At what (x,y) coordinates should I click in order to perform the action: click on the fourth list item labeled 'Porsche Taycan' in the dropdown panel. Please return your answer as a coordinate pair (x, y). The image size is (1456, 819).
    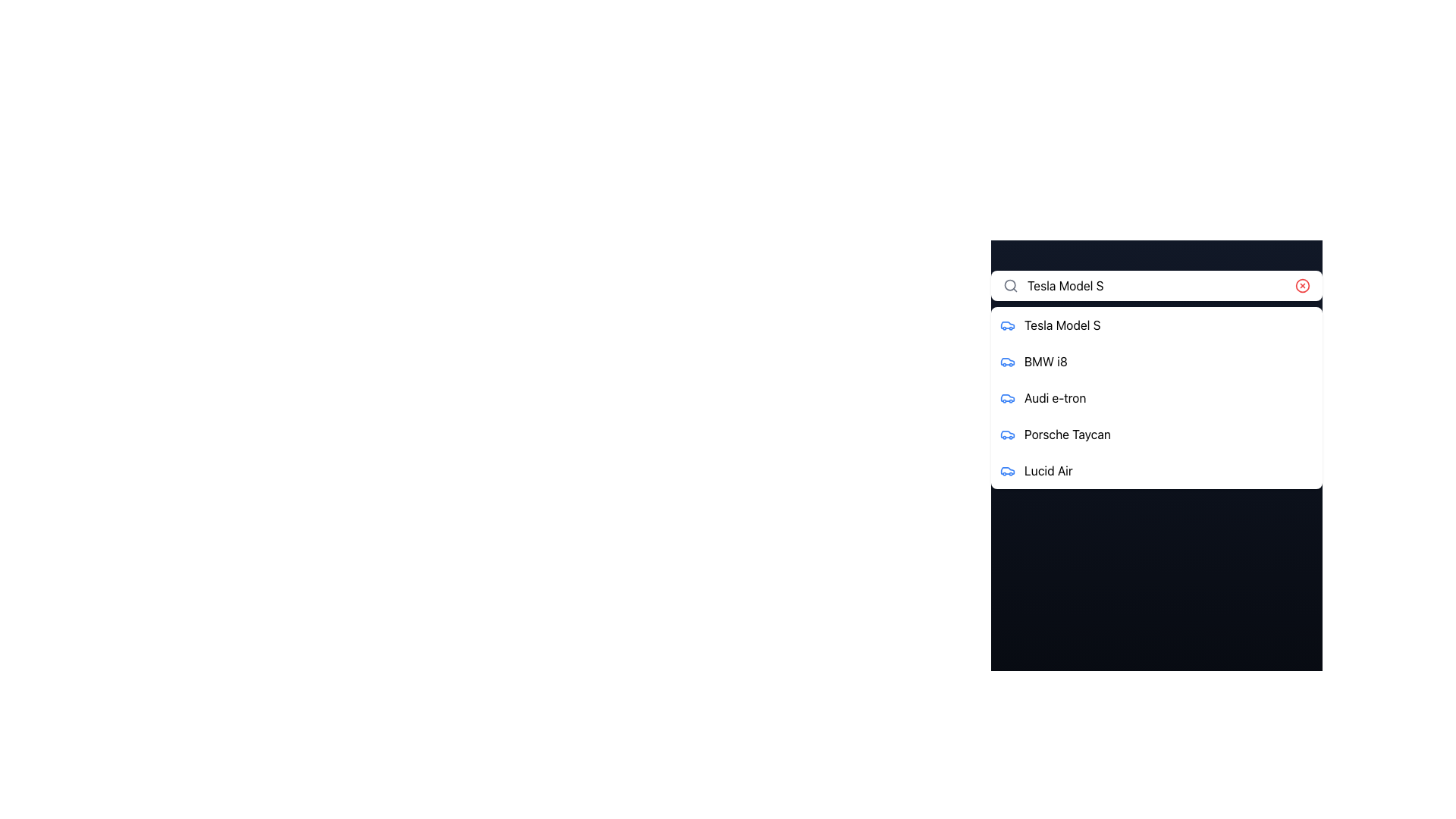
    Looking at the image, I should click on (1156, 435).